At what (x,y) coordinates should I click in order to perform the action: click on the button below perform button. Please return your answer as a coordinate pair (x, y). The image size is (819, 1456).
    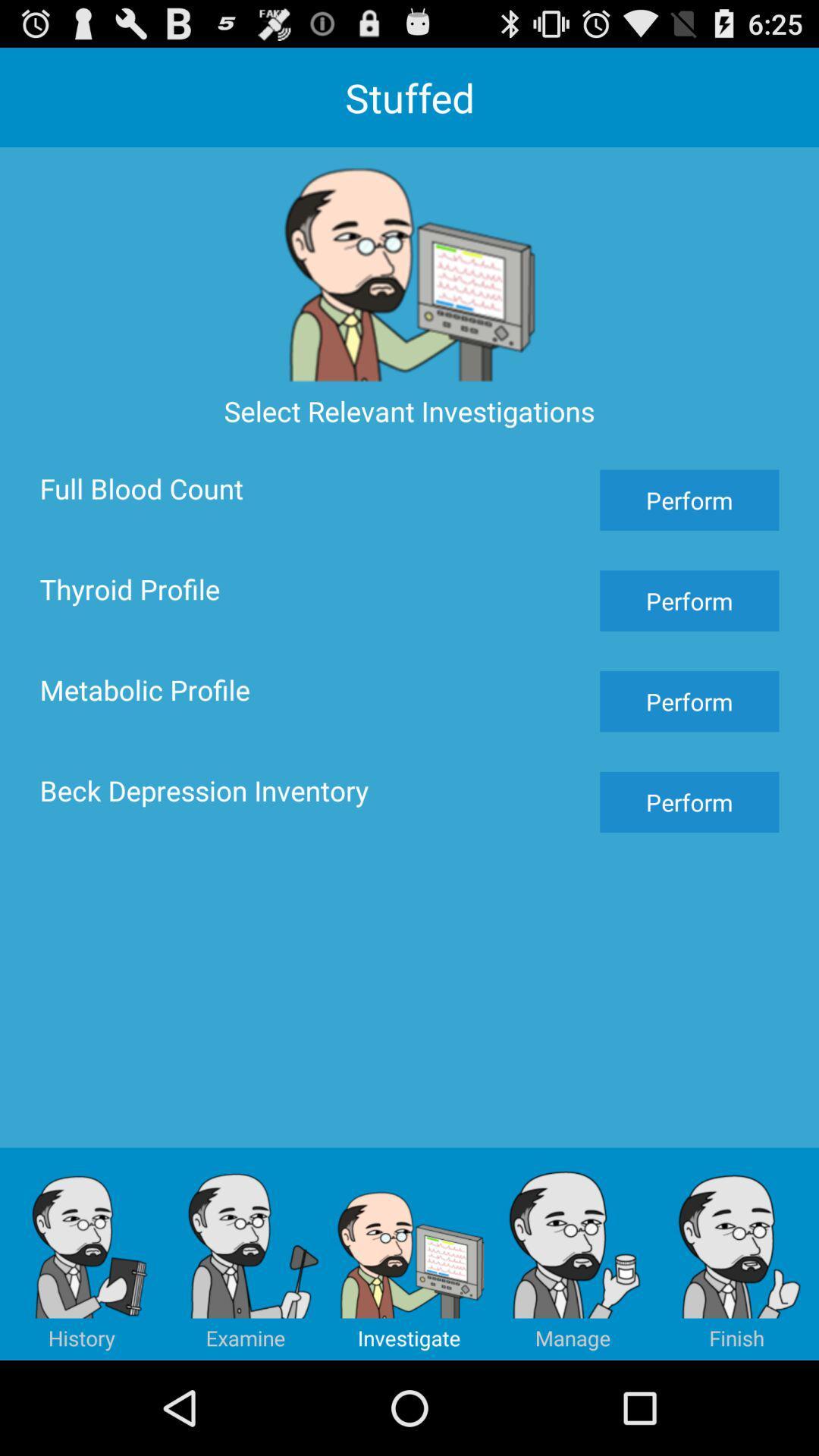
    Looking at the image, I should click on (736, 1254).